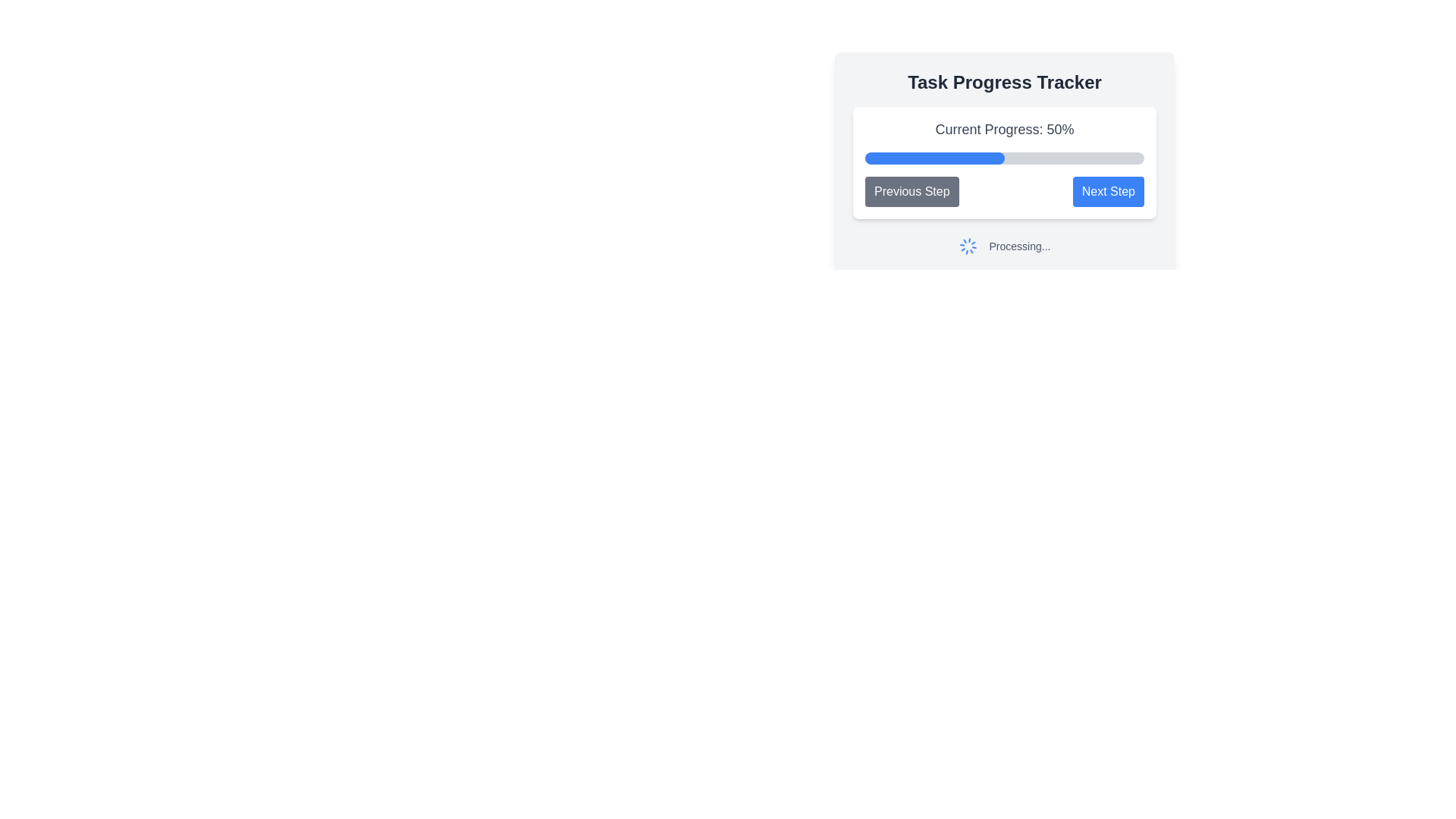 The width and height of the screenshot is (1456, 819). What do you see at coordinates (911, 191) in the screenshot?
I see `the 'Previous Step' button` at bounding box center [911, 191].